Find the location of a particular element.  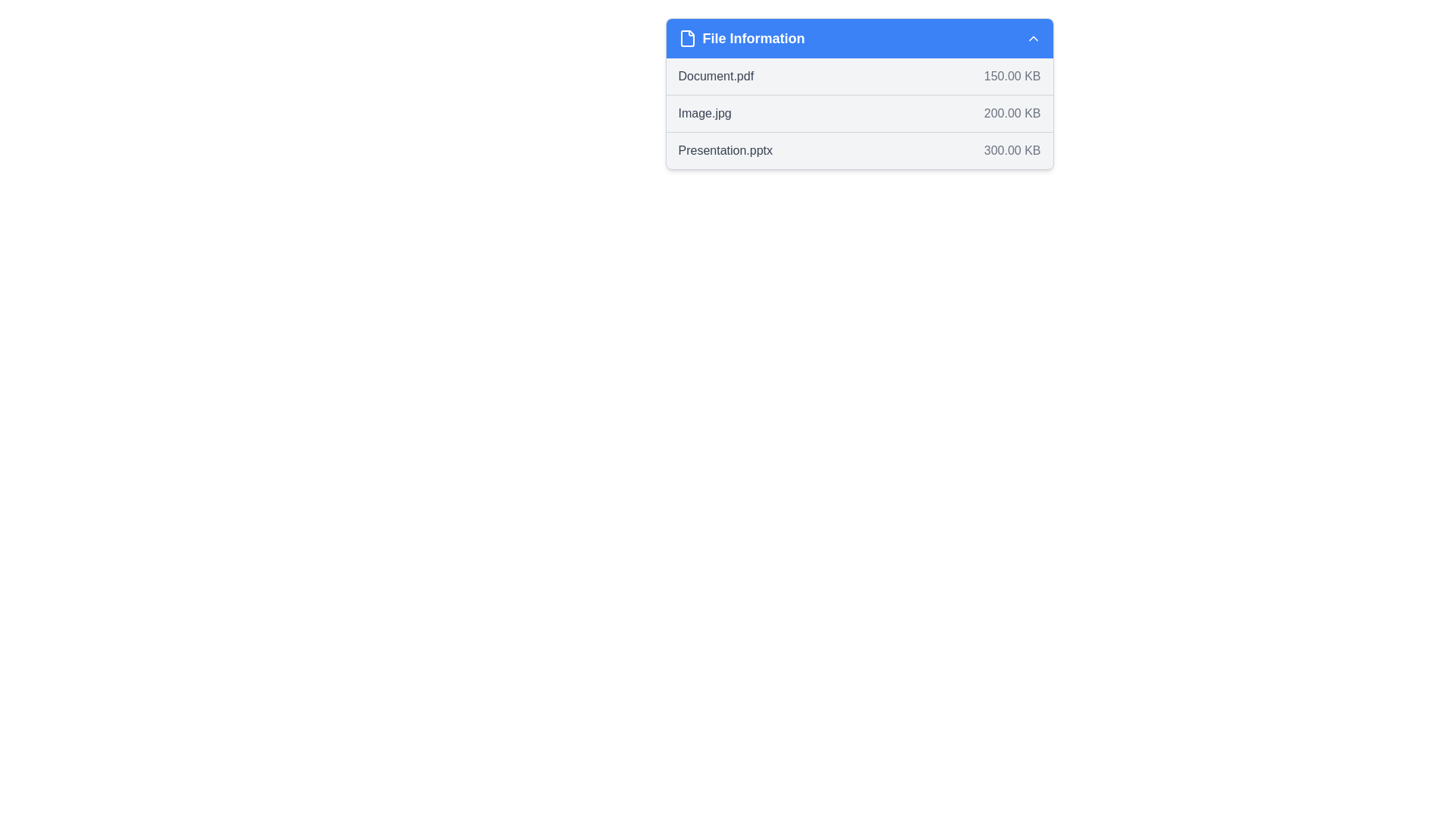

the 'file' or 'document' icon located at the top-left corner of the 'File Information' section is located at coordinates (686, 37).